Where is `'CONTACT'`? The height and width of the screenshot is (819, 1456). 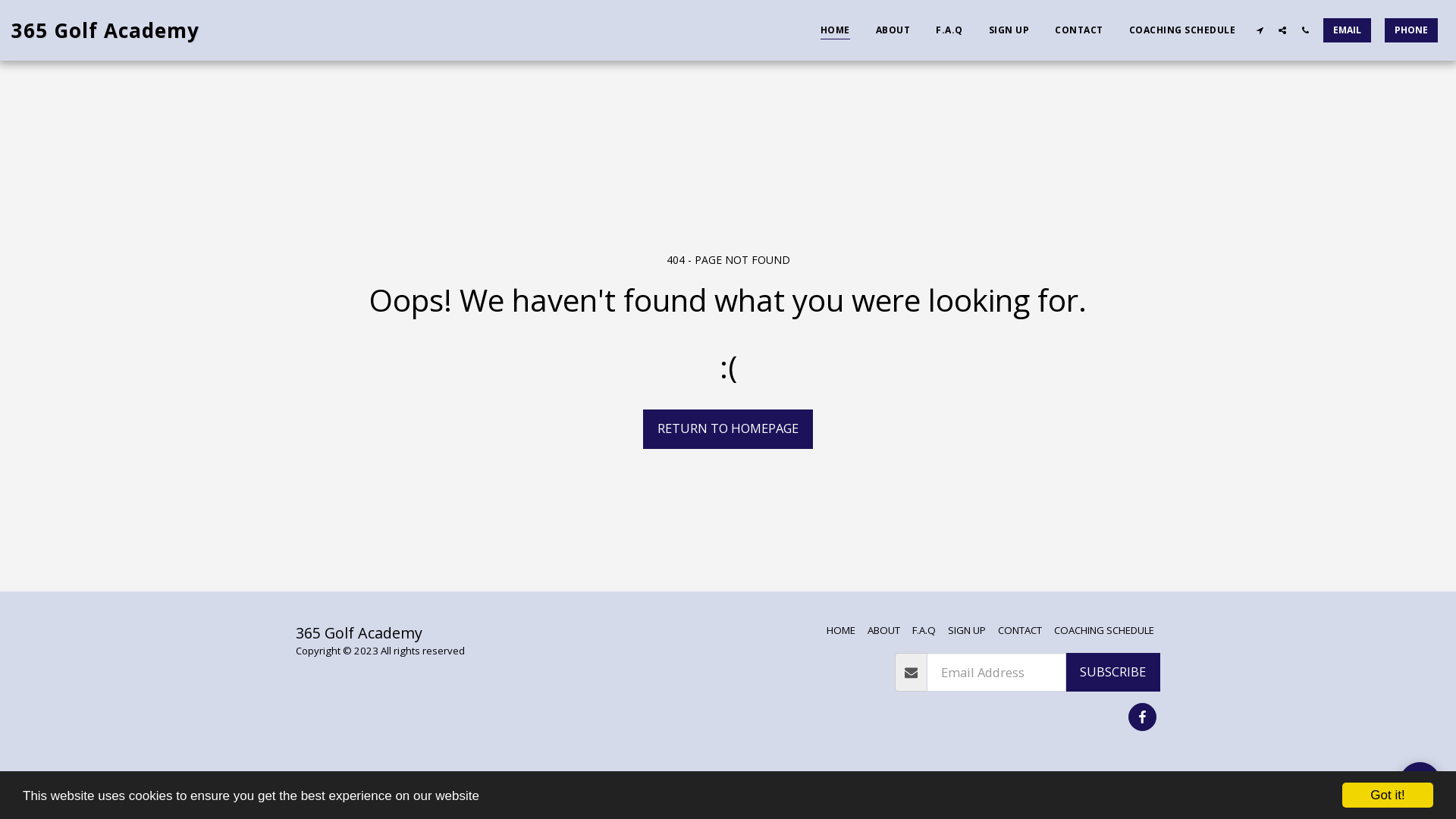 'CONTACT' is located at coordinates (1019, 629).